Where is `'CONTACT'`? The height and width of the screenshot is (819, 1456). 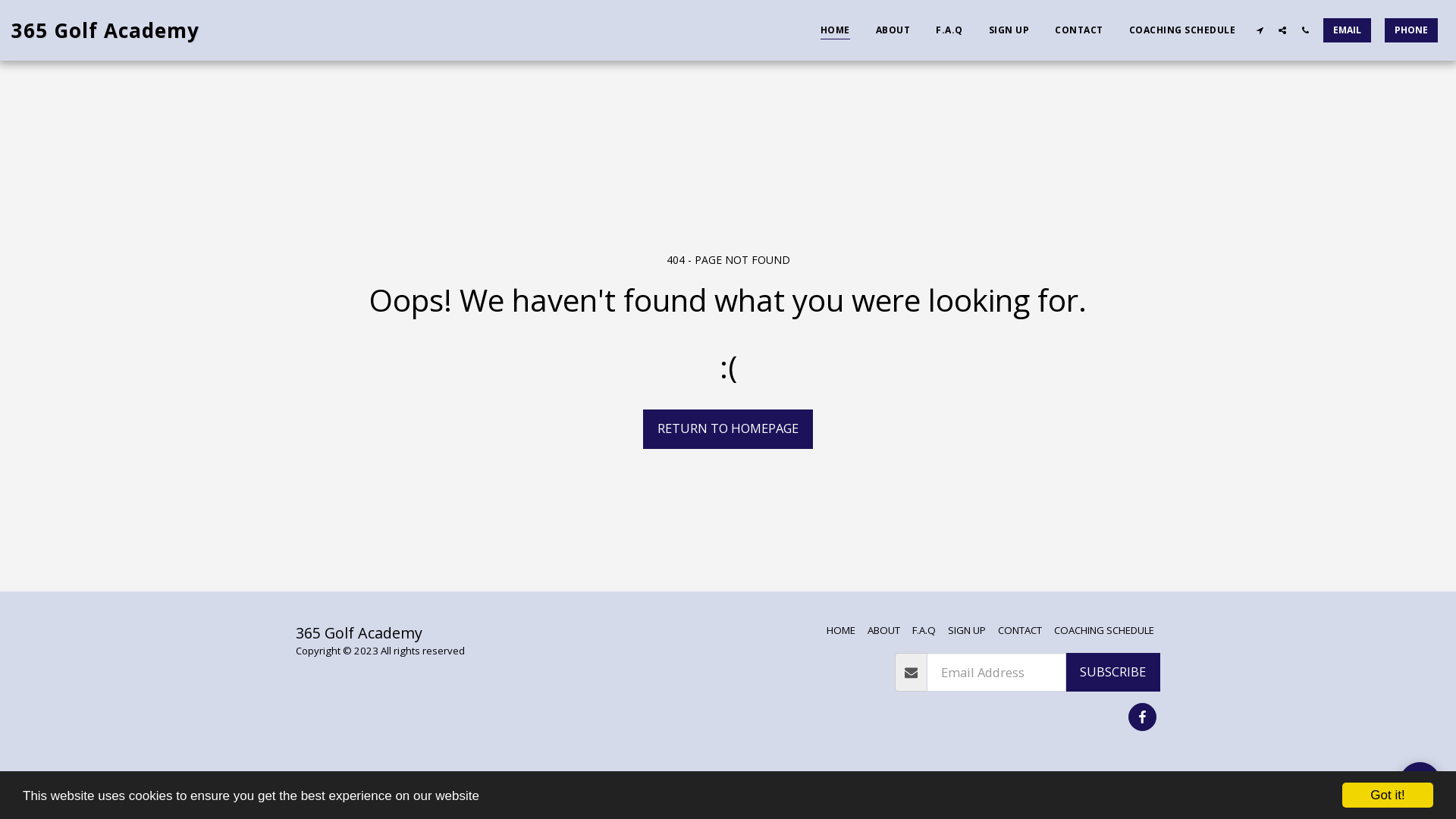 'CONTACT' is located at coordinates (1019, 629).